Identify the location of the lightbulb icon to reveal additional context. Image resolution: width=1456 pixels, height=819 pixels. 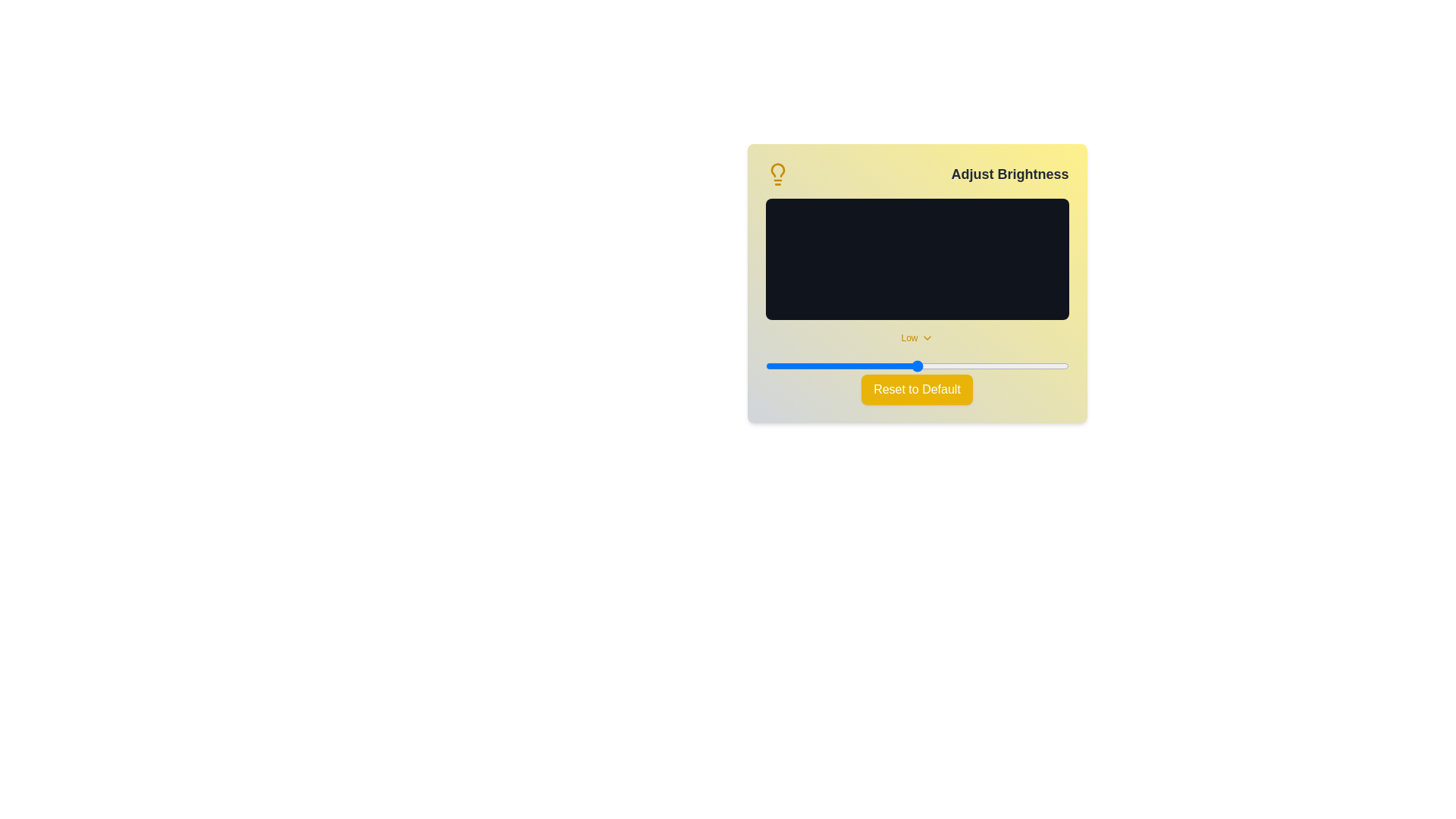
(777, 174).